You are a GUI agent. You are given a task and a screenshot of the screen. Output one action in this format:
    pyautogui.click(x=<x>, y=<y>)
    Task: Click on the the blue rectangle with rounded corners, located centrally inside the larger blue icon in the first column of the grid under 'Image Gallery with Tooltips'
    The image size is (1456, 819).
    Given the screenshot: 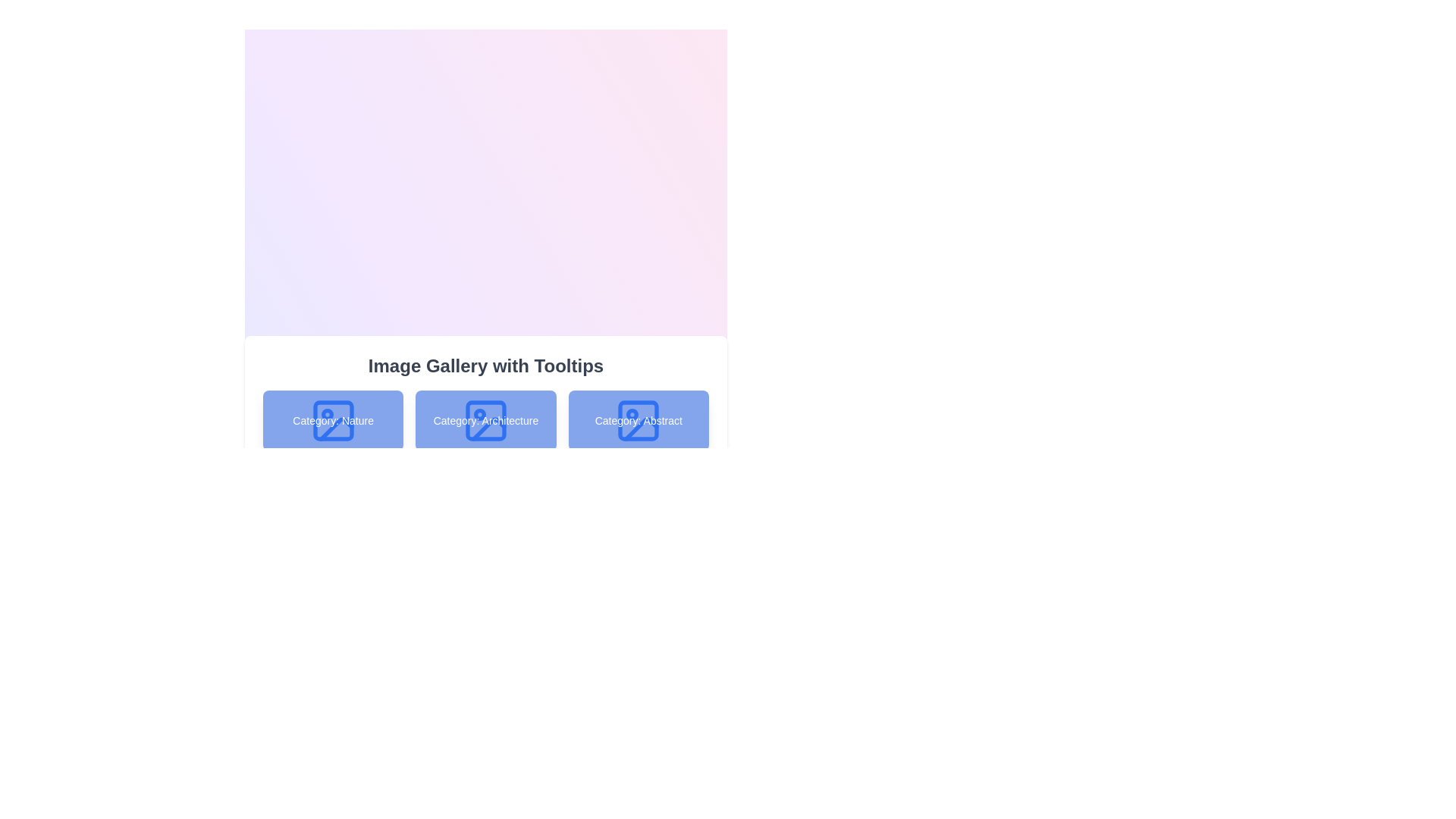 What is the action you would take?
    pyautogui.click(x=332, y=421)
    